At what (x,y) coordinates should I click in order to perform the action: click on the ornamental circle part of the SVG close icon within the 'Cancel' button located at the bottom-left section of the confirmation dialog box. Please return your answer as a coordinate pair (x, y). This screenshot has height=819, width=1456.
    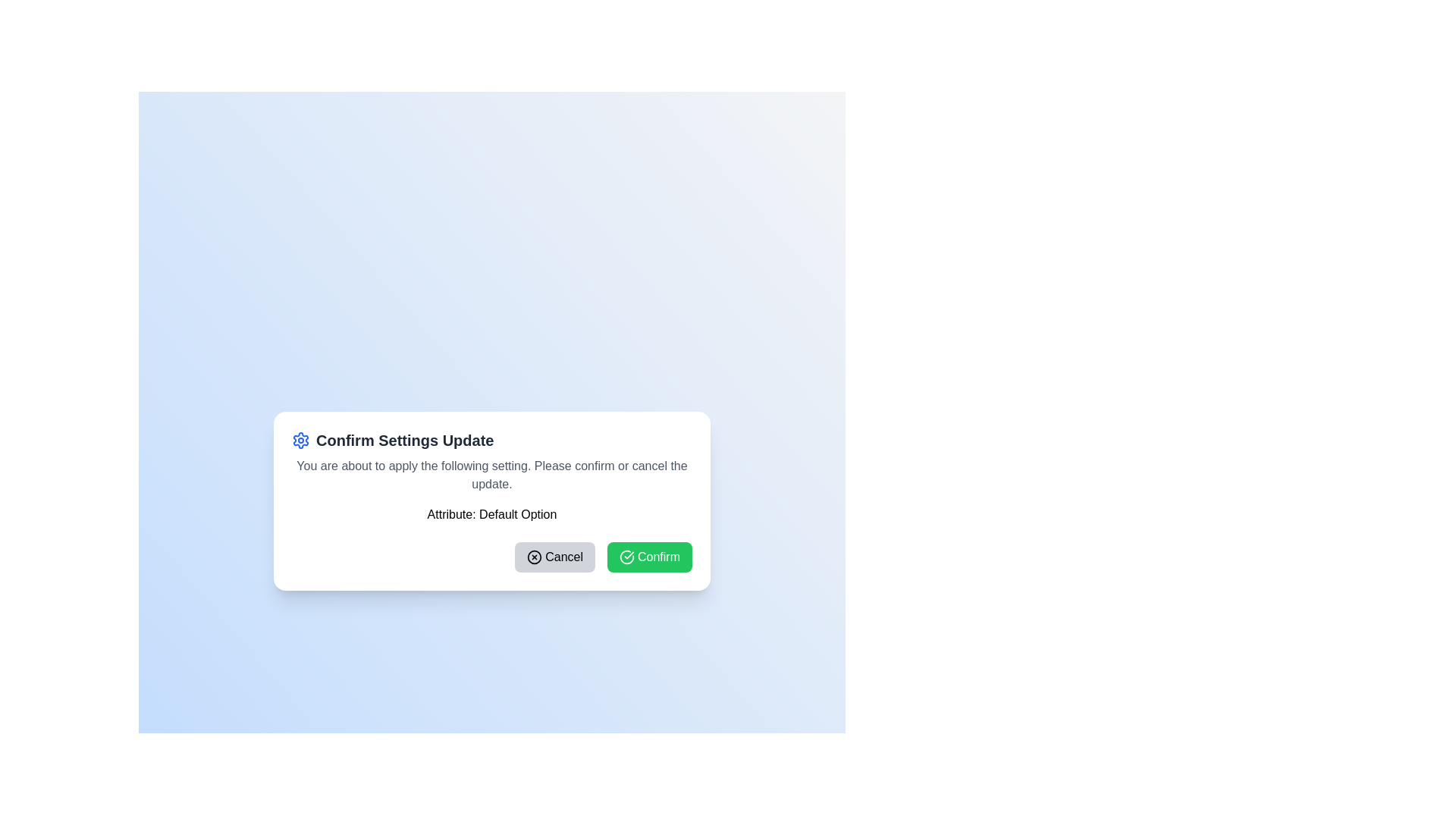
    Looking at the image, I should click on (535, 557).